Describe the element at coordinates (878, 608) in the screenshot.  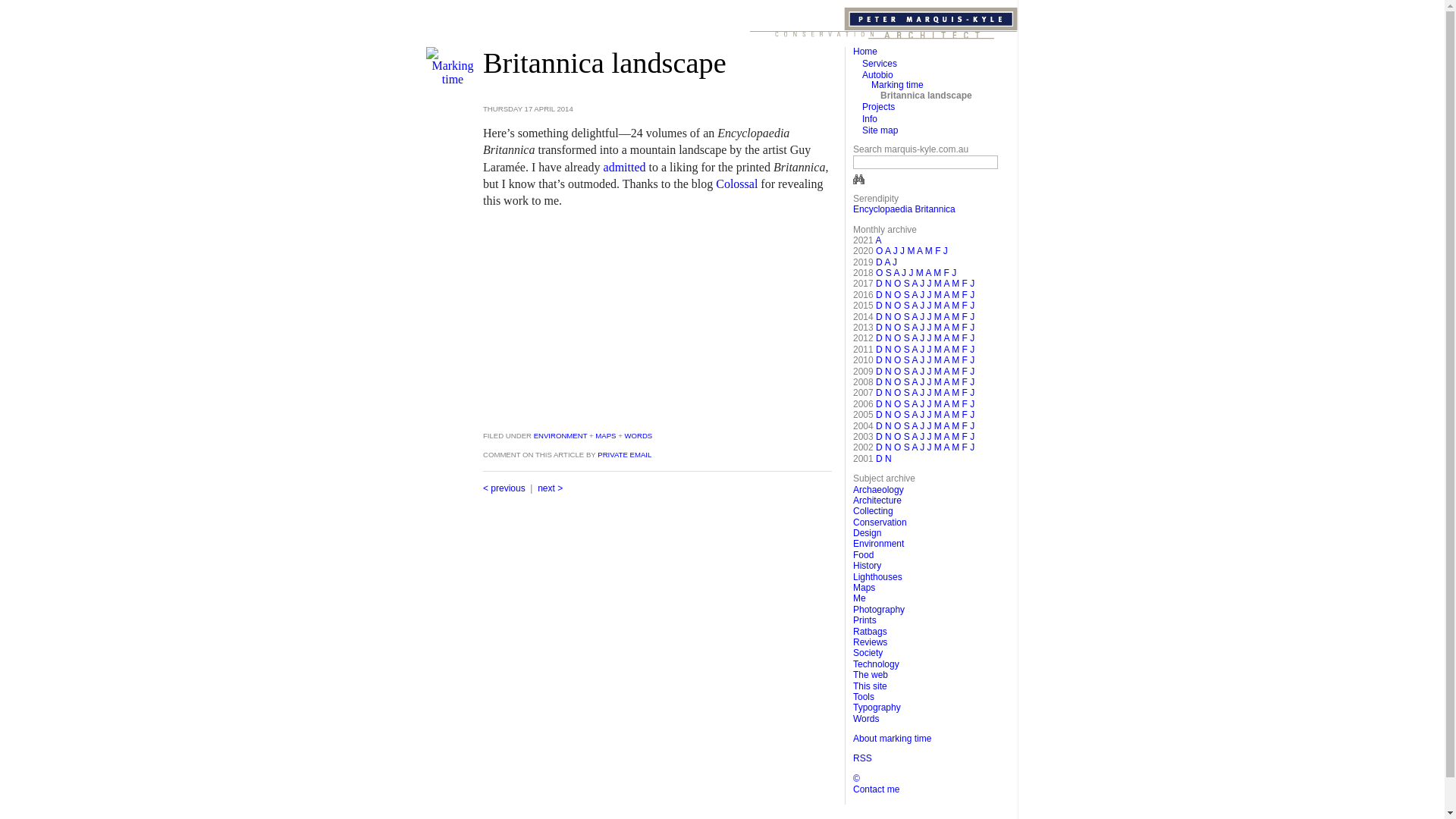
I see `'Photography'` at that location.